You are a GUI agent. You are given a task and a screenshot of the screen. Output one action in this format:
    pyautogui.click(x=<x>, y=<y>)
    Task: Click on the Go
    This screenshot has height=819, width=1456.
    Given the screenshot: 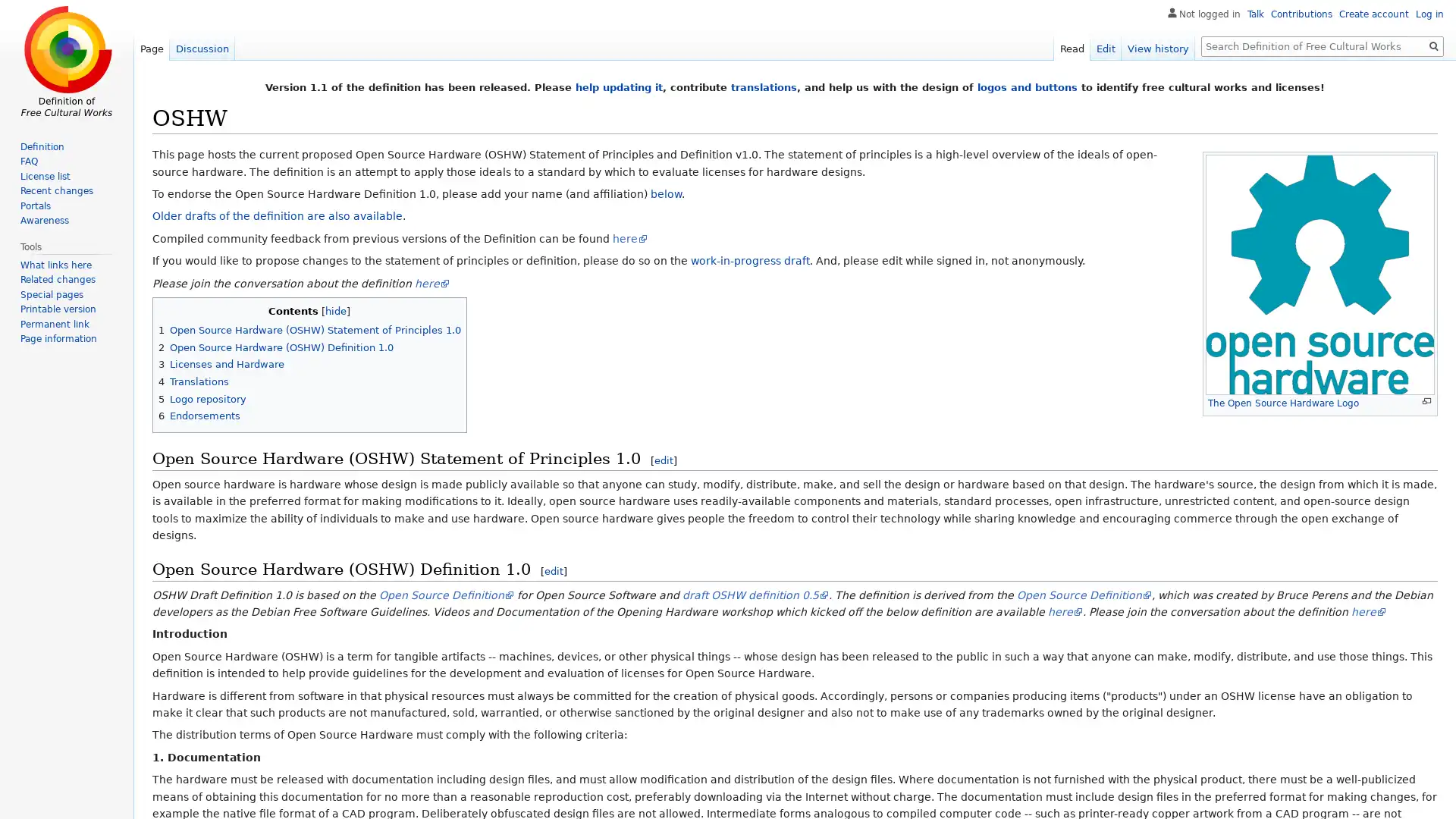 What is the action you would take?
    pyautogui.click(x=1433, y=45)
    